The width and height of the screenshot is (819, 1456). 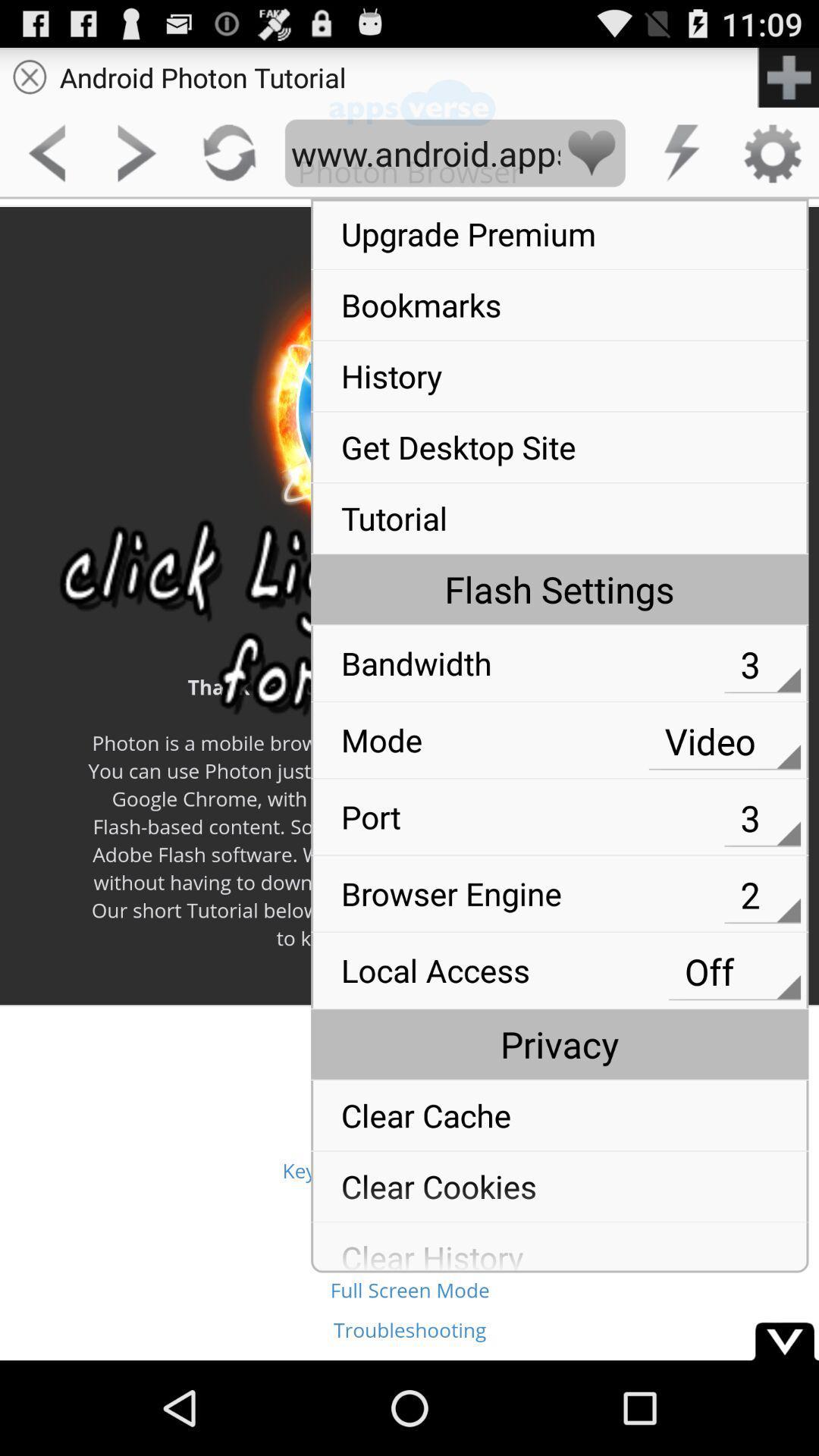 What do you see at coordinates (788, 82) in the screenshot?
I see `the add icon` at bounding box center [788, 82].